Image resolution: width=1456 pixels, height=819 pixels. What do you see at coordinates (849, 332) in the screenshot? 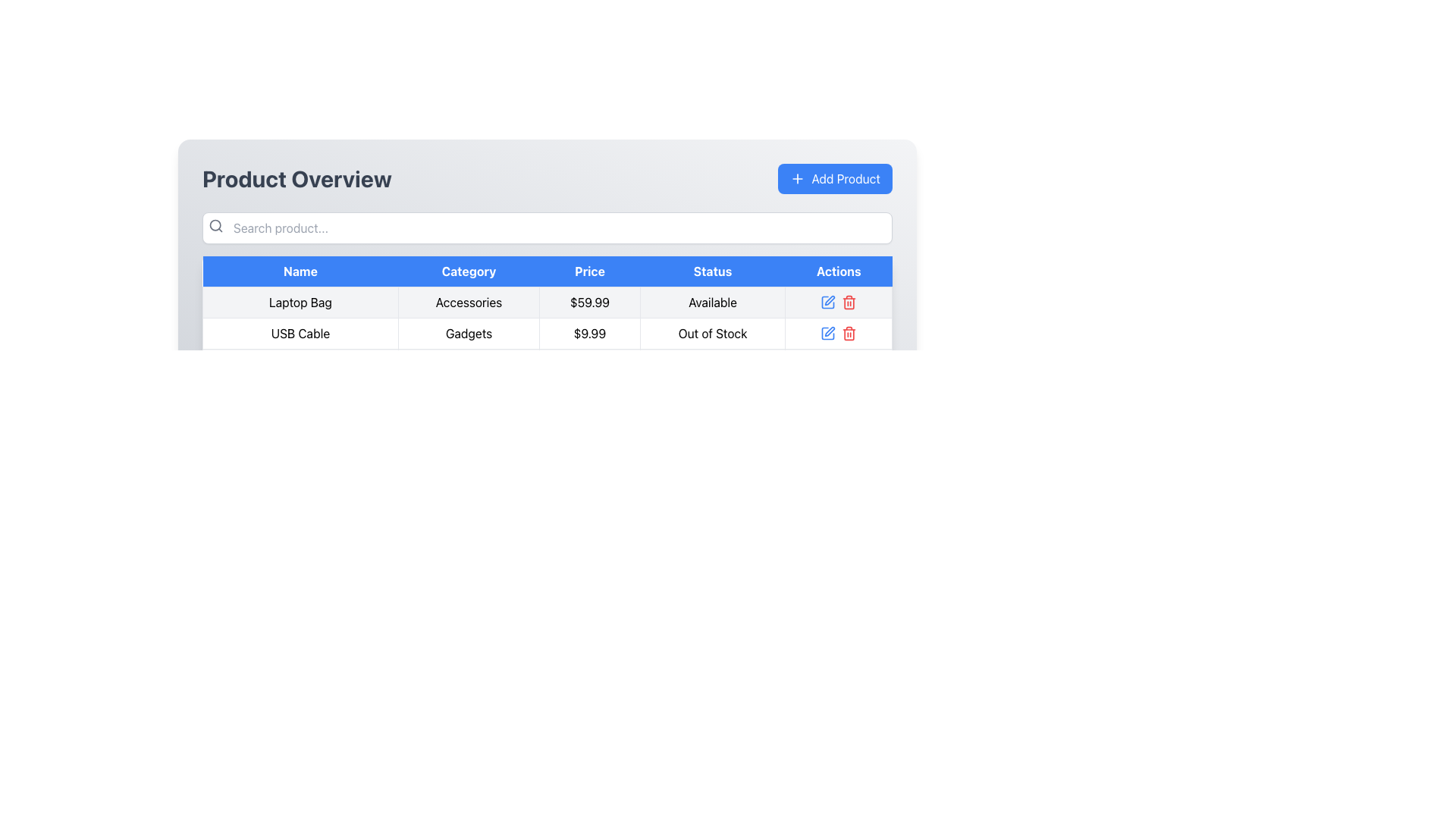
I see `the delete icon (trash icon) located in the 'Actions' column of the second data row in the table to initiate the deletion process` at bounding box center [849, 332].